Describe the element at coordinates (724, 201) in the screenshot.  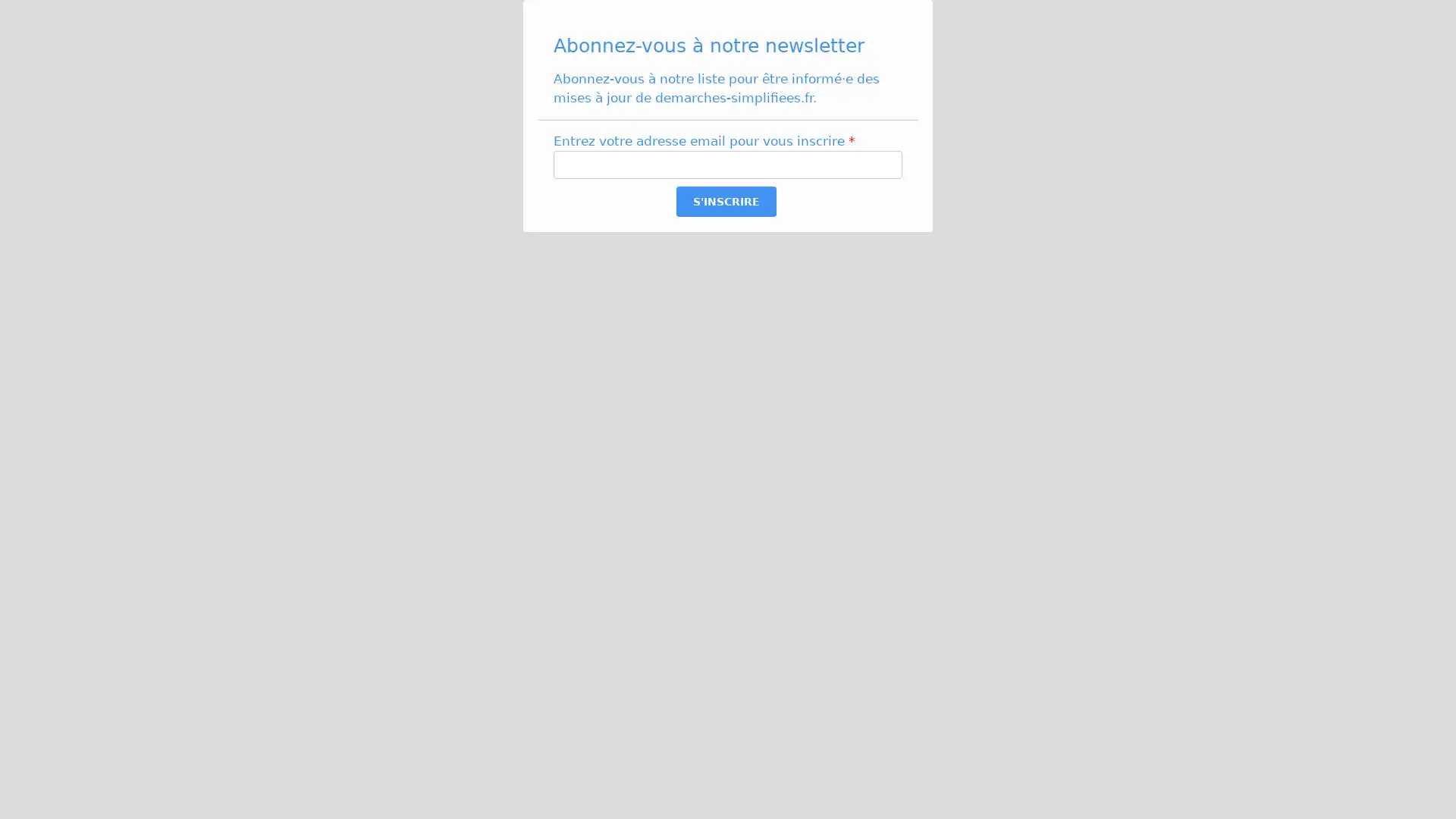
I see `S'INSCRIRE` at that location.